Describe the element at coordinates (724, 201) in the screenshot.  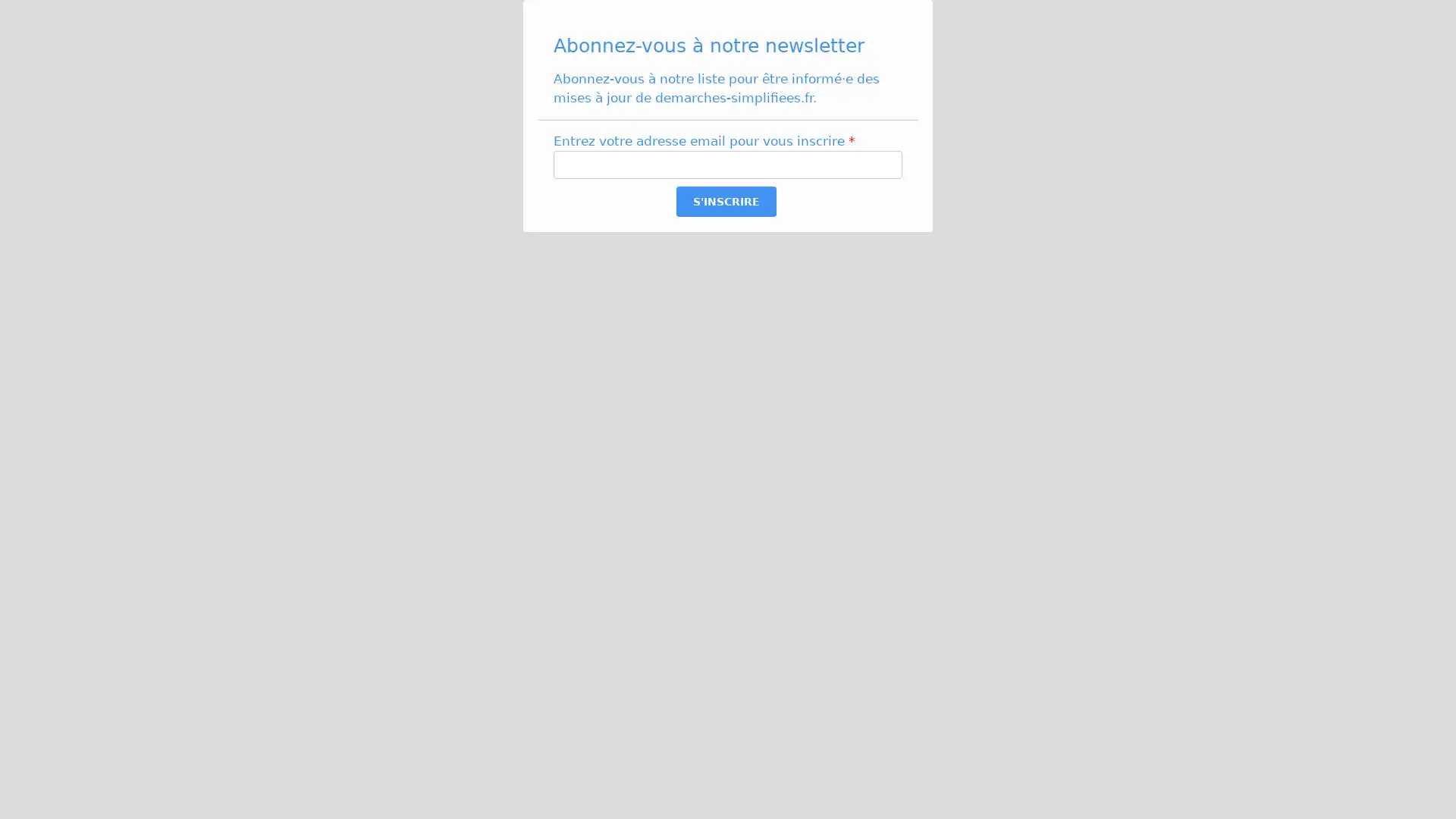
I see `S'INSCRIRE` at that location.